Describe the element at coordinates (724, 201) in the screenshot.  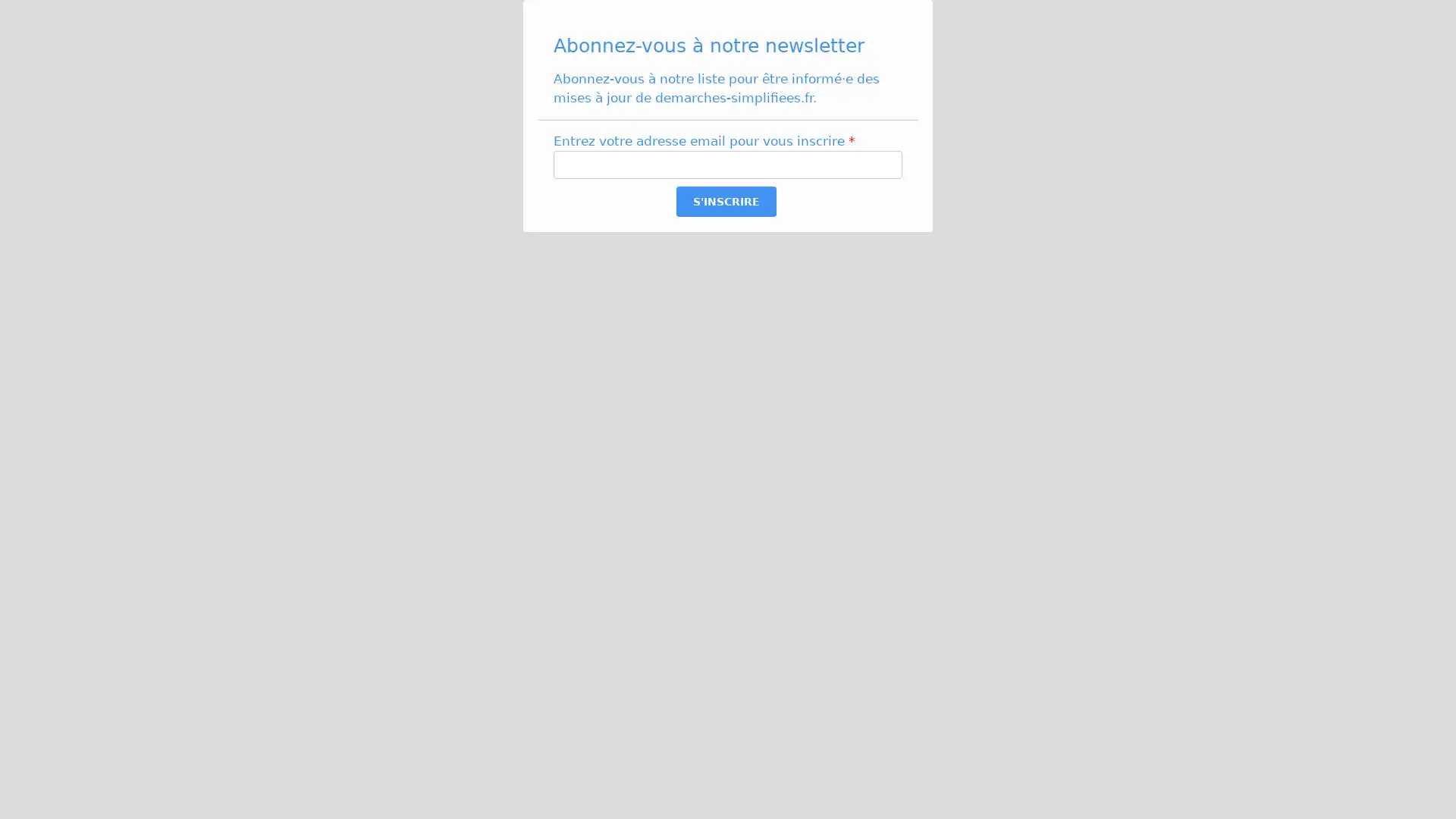
I see `S'INSCRIRE` at that location.